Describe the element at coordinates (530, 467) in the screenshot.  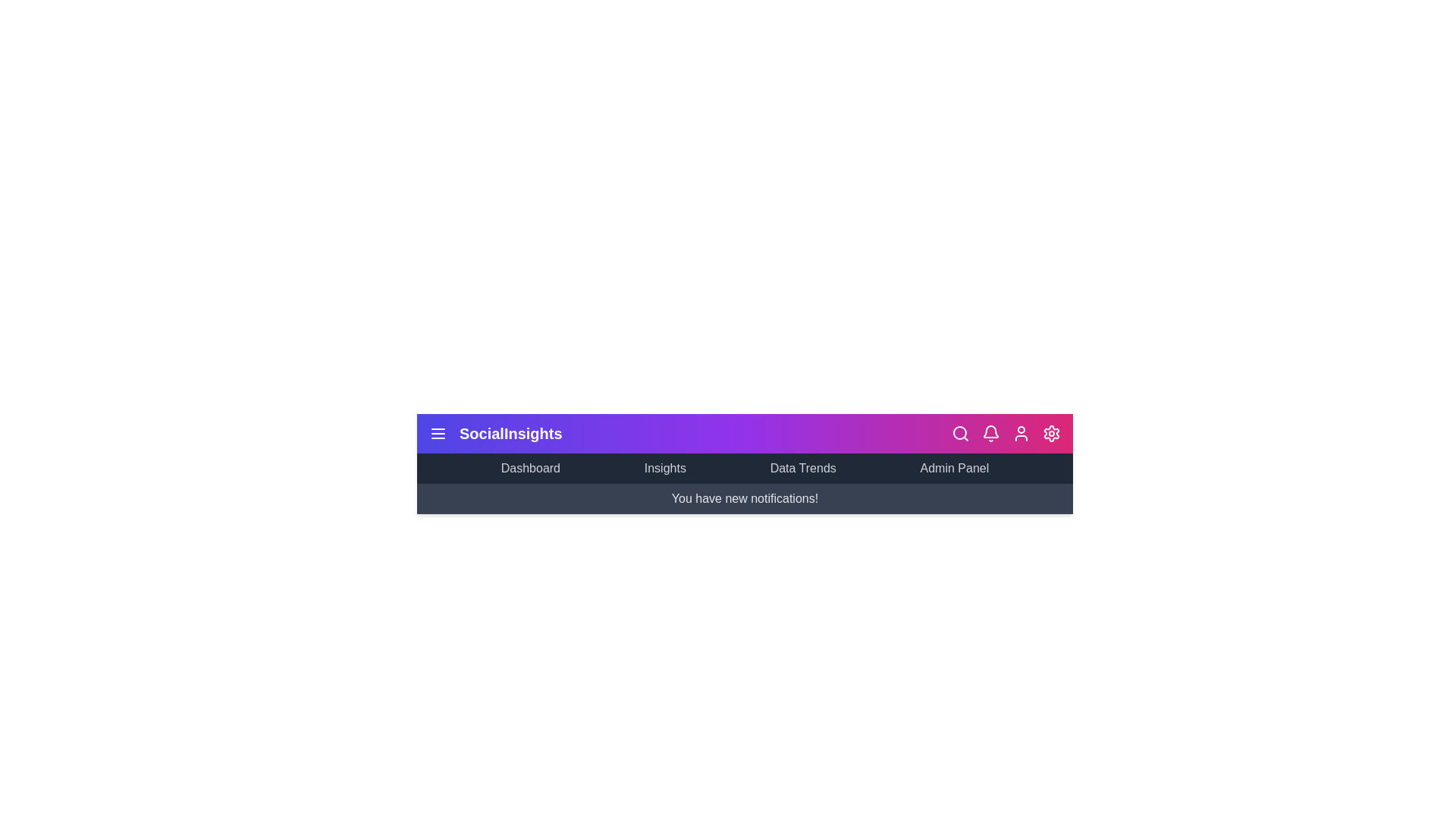
I see `the menu item Dashboard to see the hover effect` at that location.